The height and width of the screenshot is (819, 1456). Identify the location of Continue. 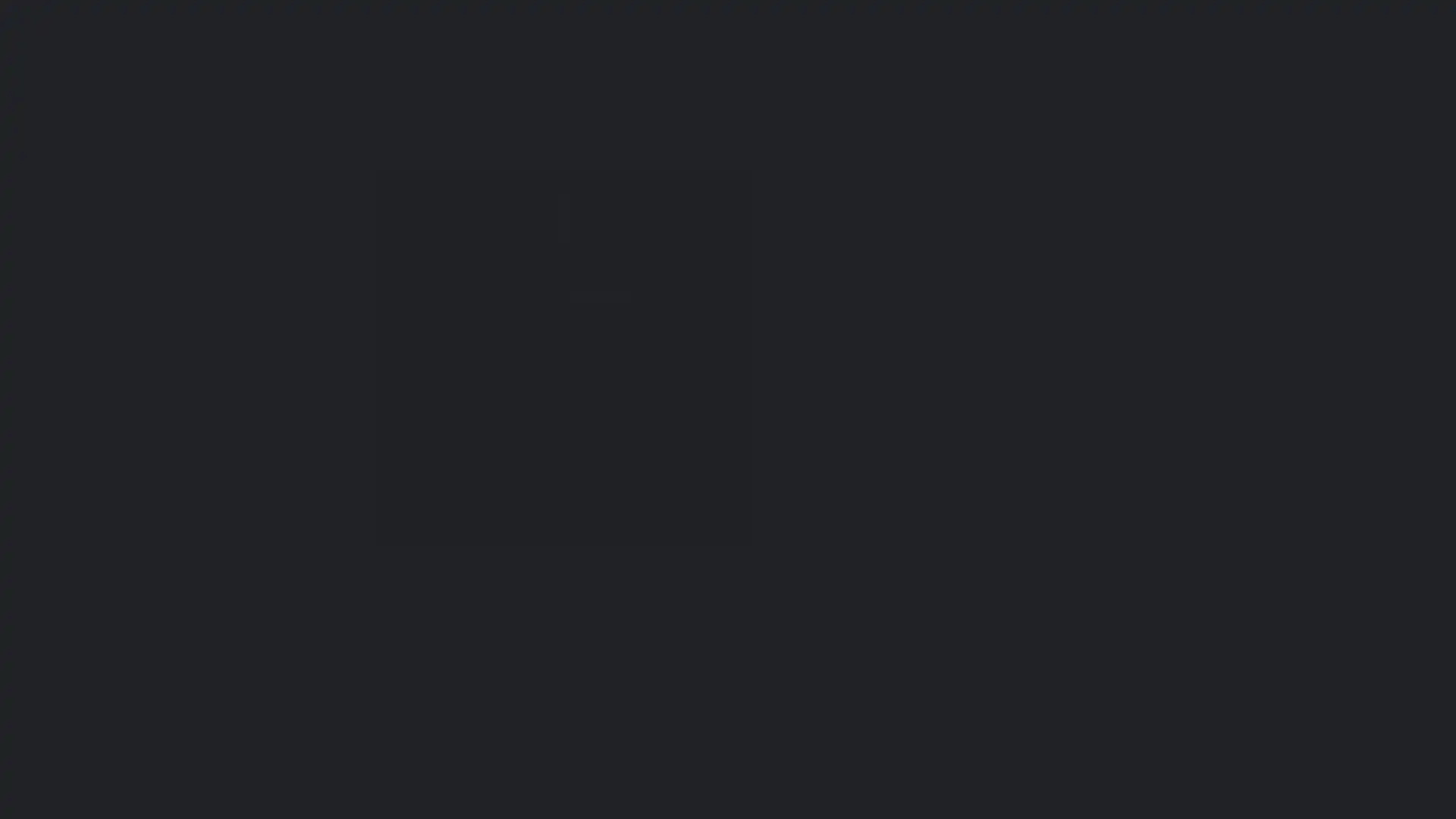
(560, 497).